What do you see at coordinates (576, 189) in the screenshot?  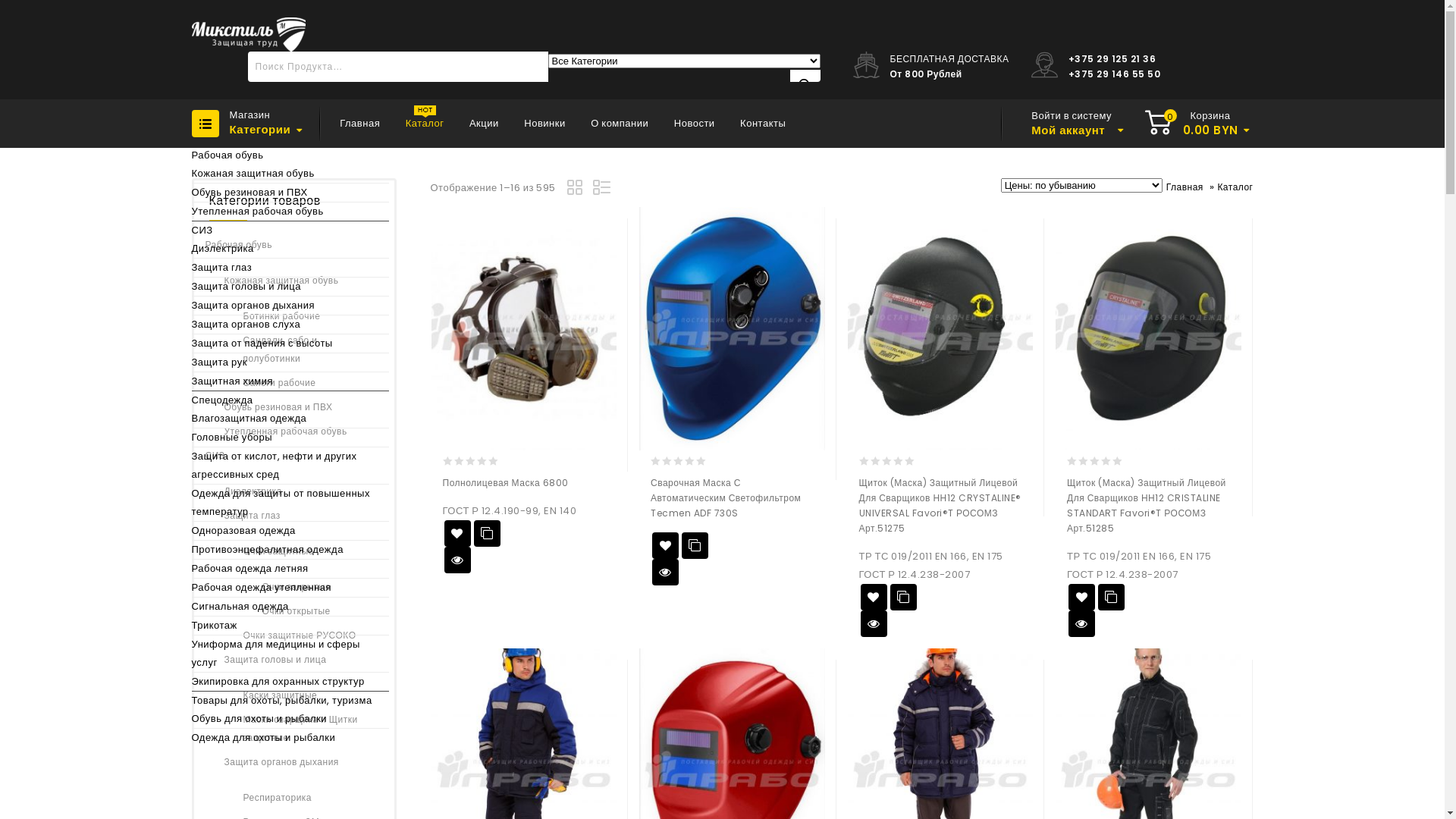 I see `'Grid view'` at bounding box center [576, 189].